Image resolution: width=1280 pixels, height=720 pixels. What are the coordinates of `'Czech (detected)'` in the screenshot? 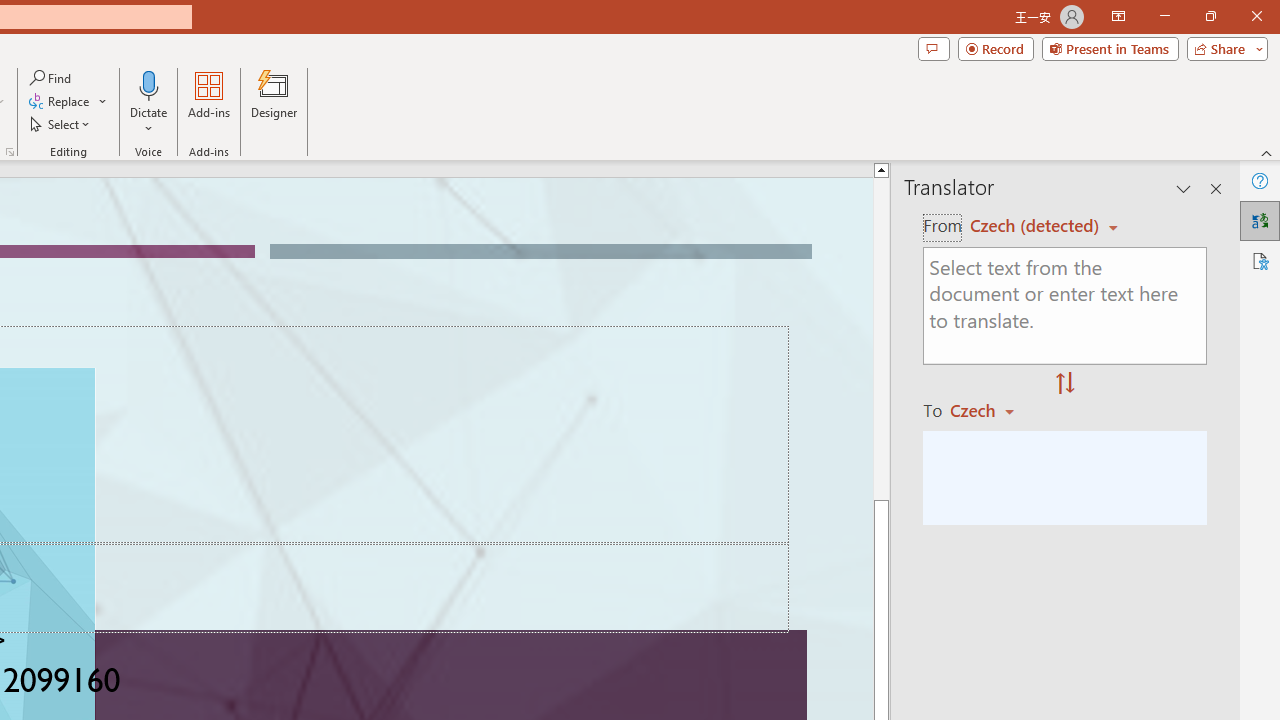 It's located at (1037, 225).